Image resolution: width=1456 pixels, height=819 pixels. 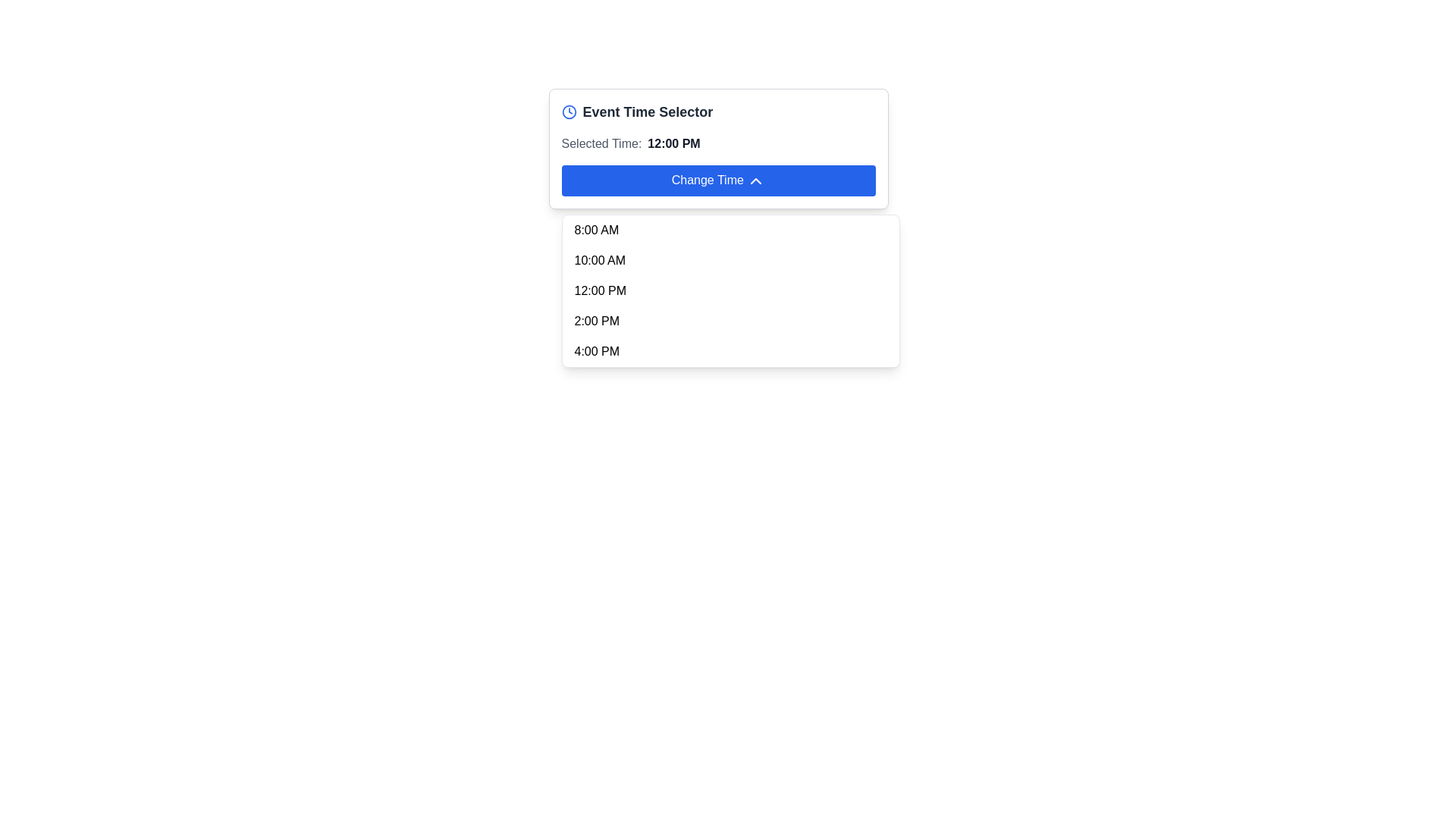 I want to click on the fourth time option in the time selection dropdown menu, so click(x=730, y=320).